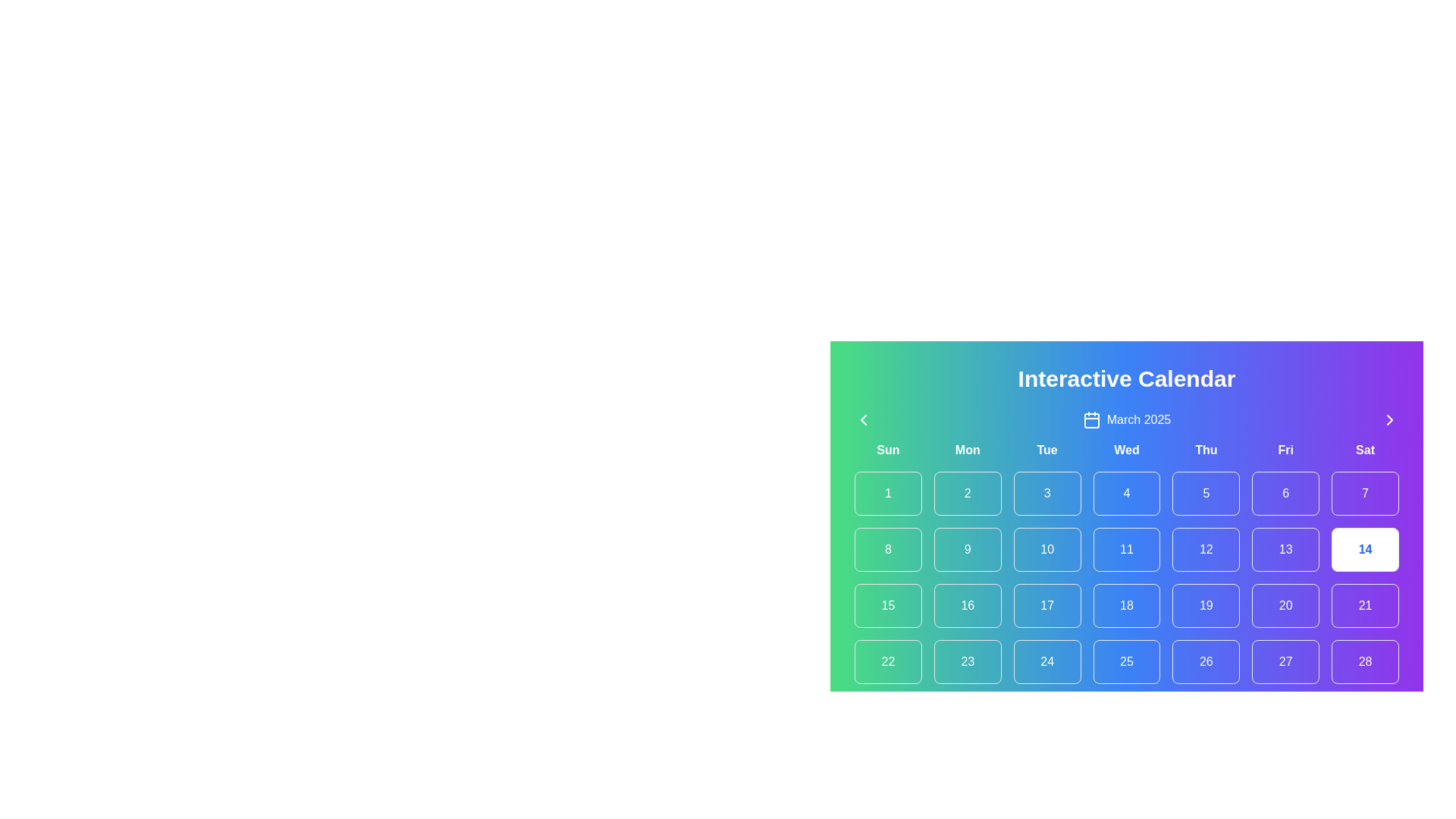 The image size is (1456, 819). Describe the element at coordinates (1365, 494) in the screenshot. I see `the calendar date button representing the 7th day of the month, which is the first Saturday in the calendar grid` at that location.